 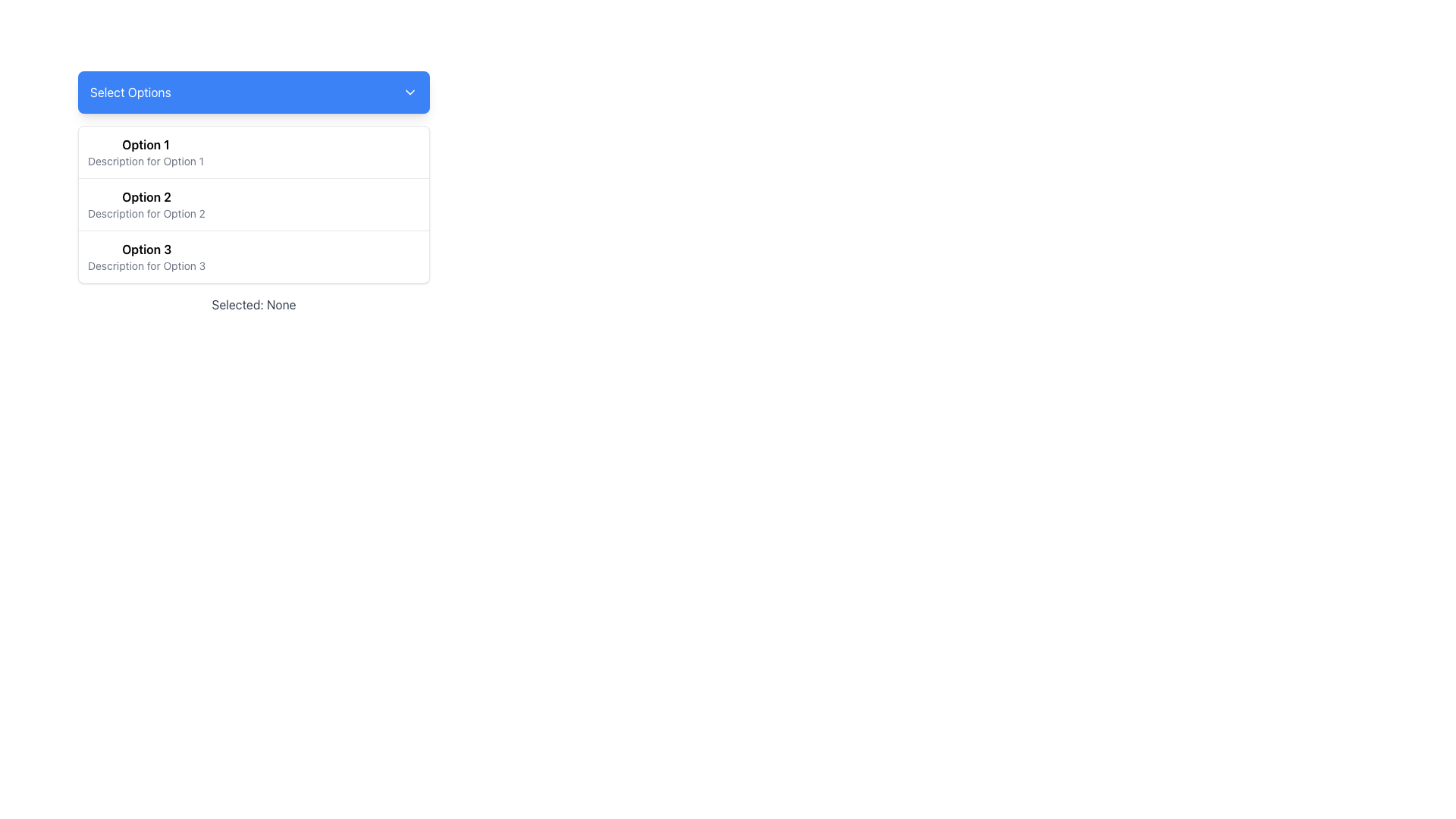 What do you see at coordinates (254, 256) in the screenshot?
I see `the list item titled 'Option 3' which contains a bold title and a gray description, located in the dropdown menu below 'Option 1' and 'Option 2'` at bounding box center [254, 256].